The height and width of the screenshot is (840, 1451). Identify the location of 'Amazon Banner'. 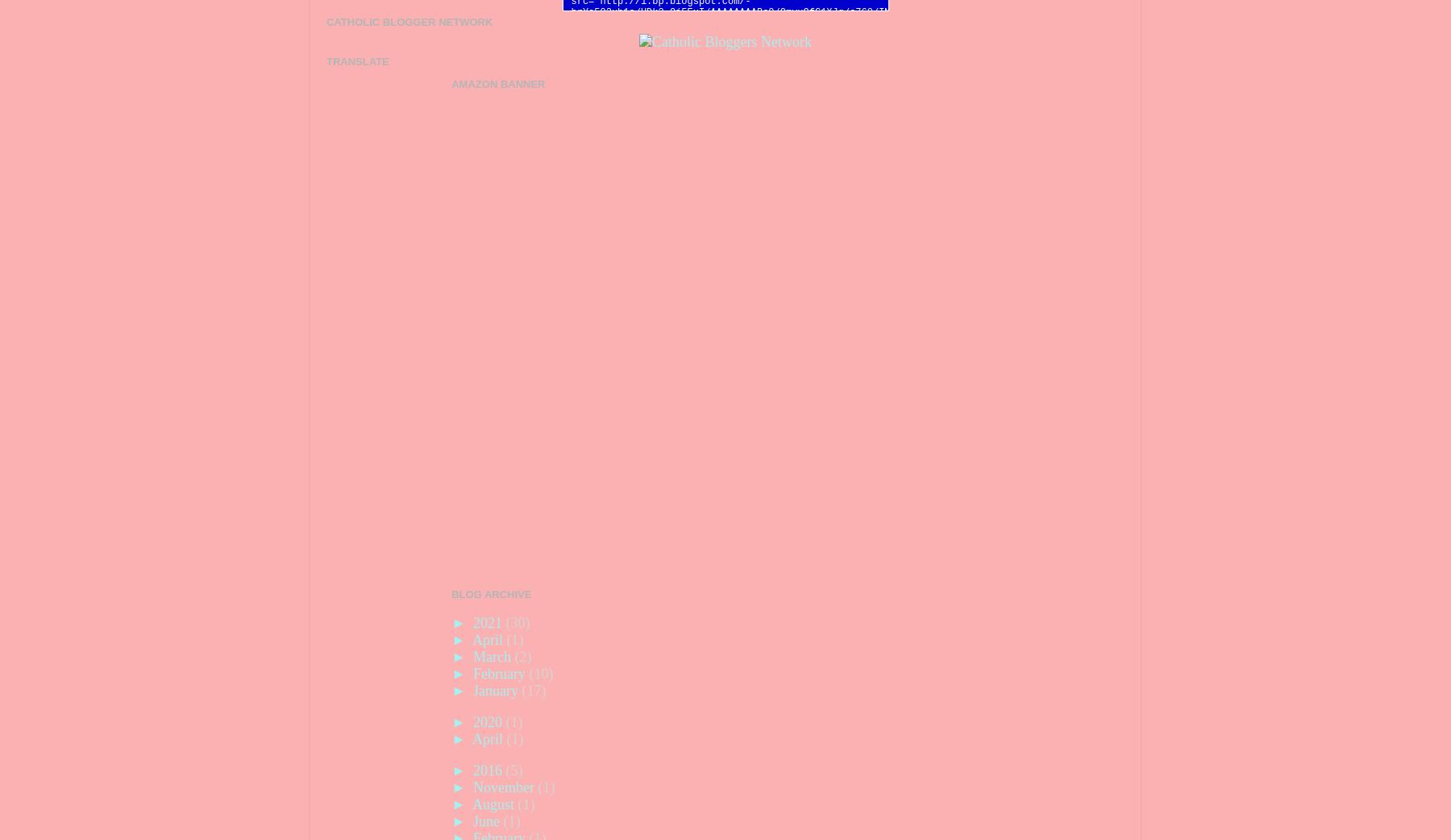
(497, 84).